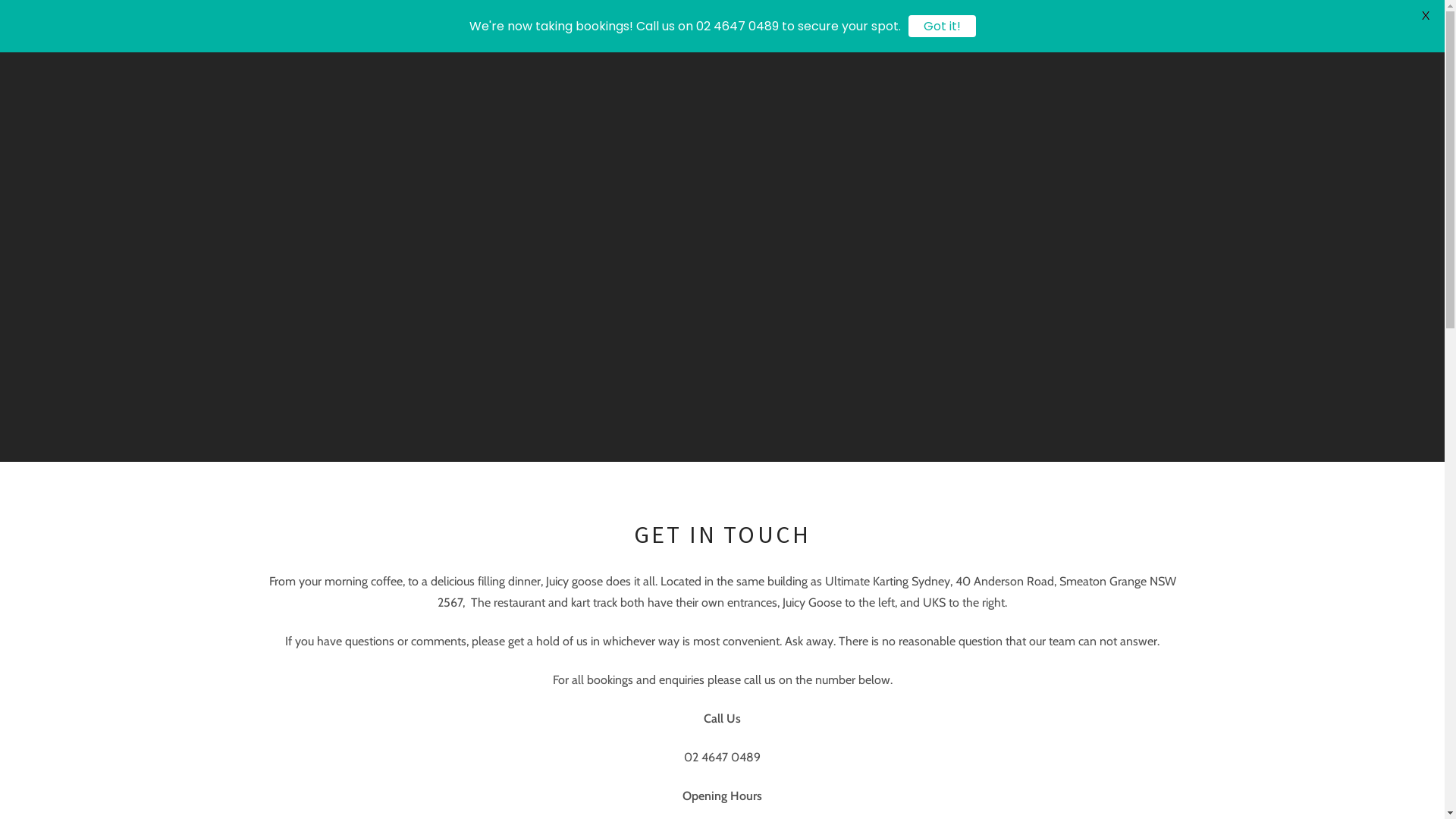 The width and height of the screenshot is (1456, 819). Describe the element at coordinates (941, 26) in the screenshot. I see `'Got it!'` at that location.